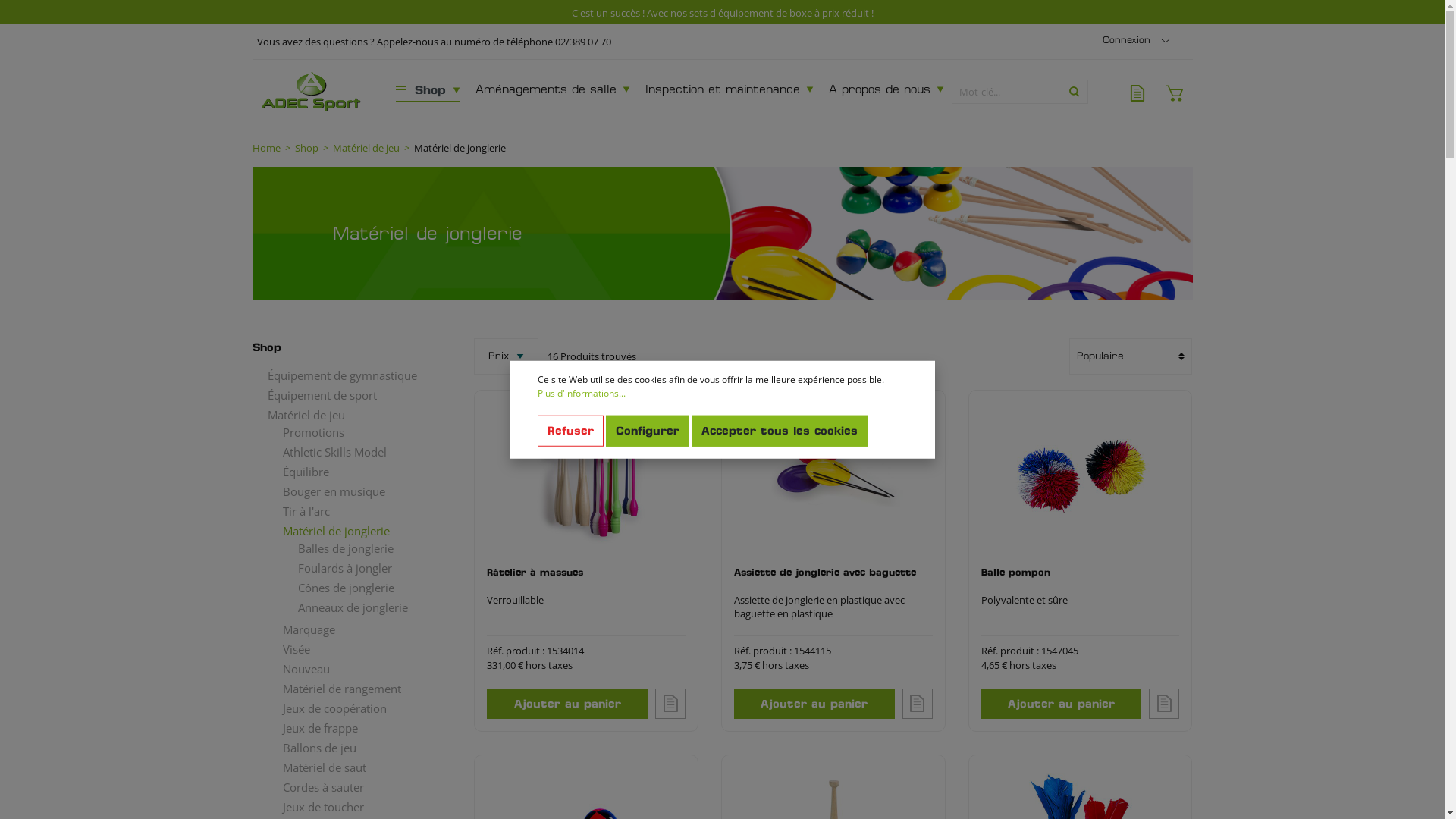 Image resolution: width=1456 pixels, height=819 pixels. What do you see at coordinates (265, 149) in the screenshot?
I see `'Home'` at bounding box center [265, 149].